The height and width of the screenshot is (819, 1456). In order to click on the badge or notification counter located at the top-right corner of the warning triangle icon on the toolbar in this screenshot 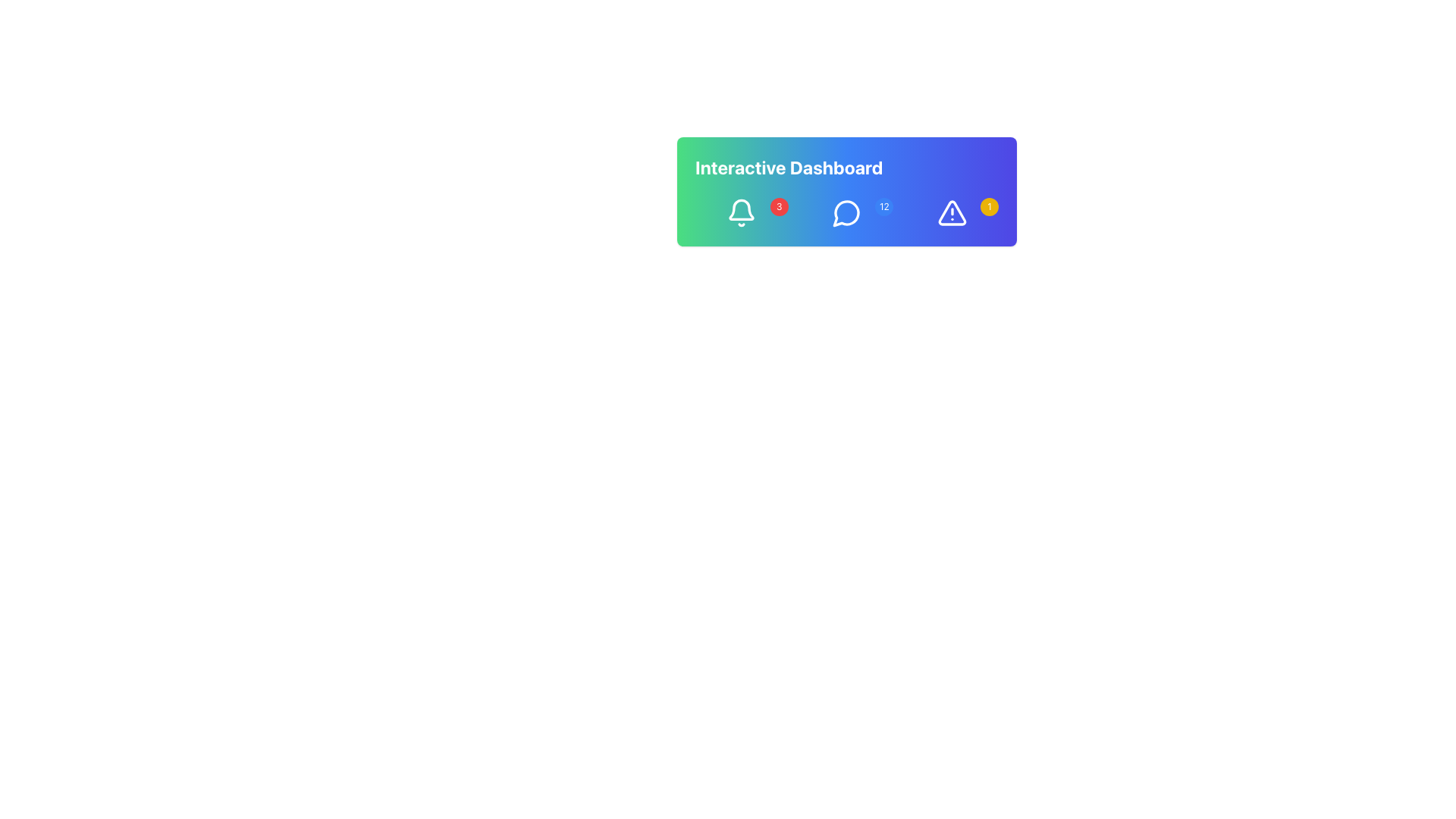, I will do `click(990, 207)`.